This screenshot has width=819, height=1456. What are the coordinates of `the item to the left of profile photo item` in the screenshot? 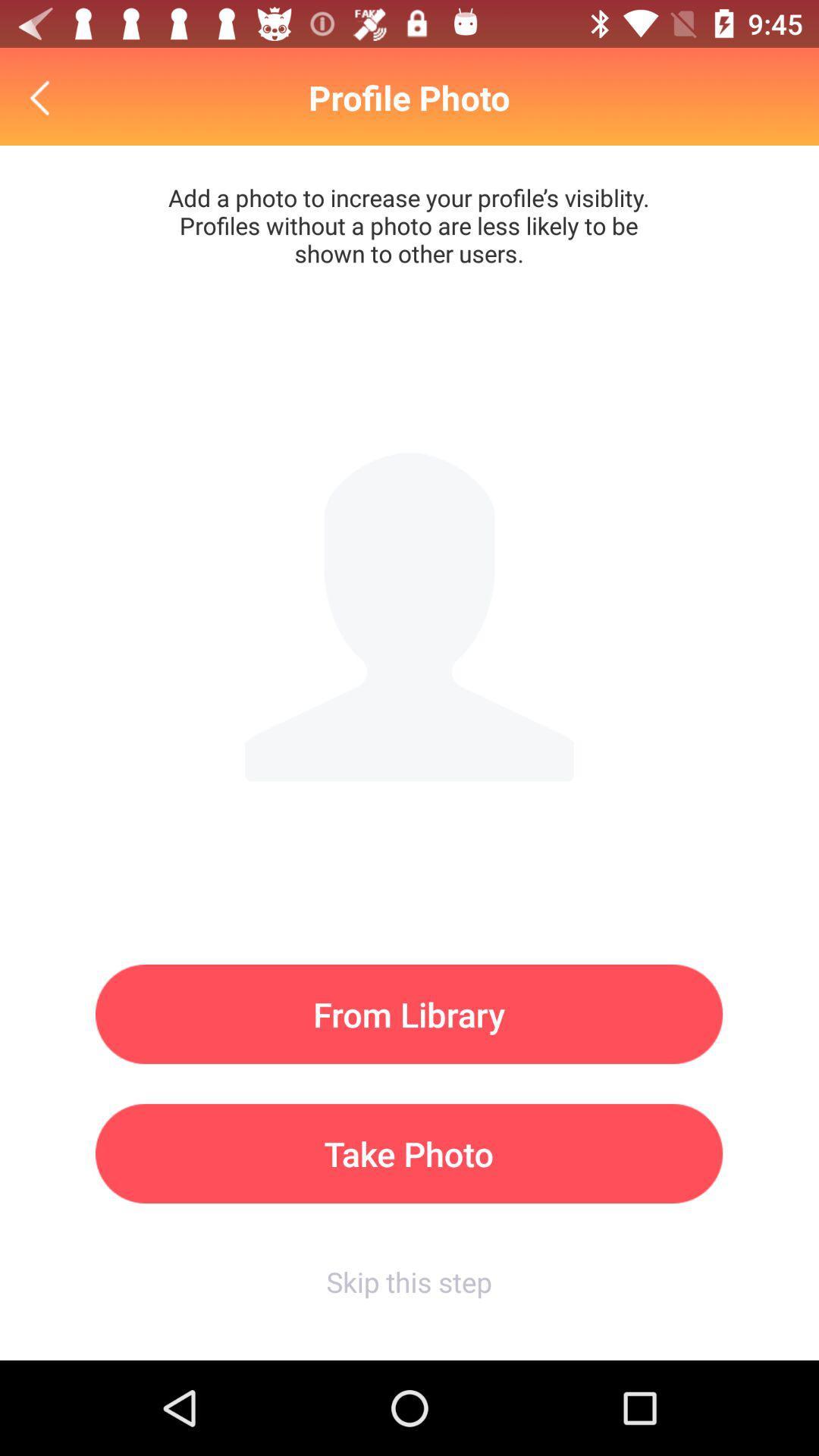 It's located at (42, 97).